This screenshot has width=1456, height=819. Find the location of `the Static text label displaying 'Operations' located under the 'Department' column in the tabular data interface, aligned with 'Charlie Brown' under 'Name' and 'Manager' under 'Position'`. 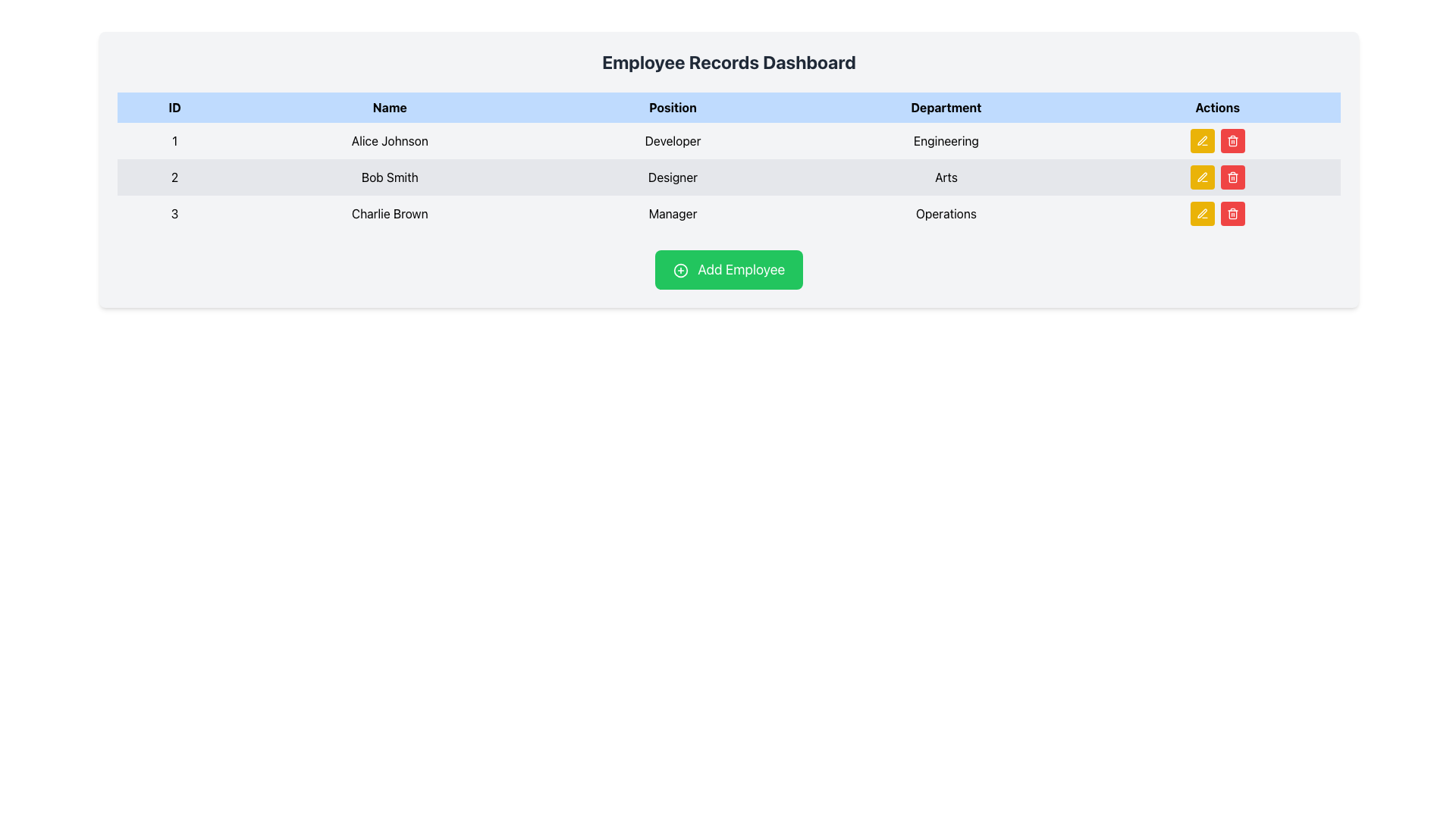

the Static text label displaying 'Operations' located under the 'Department' column in the tabular data interface, aligned with 'Charlie Brown' under 'Name' and 'Manager' under 'Position' is located at coordinates (946, 213).